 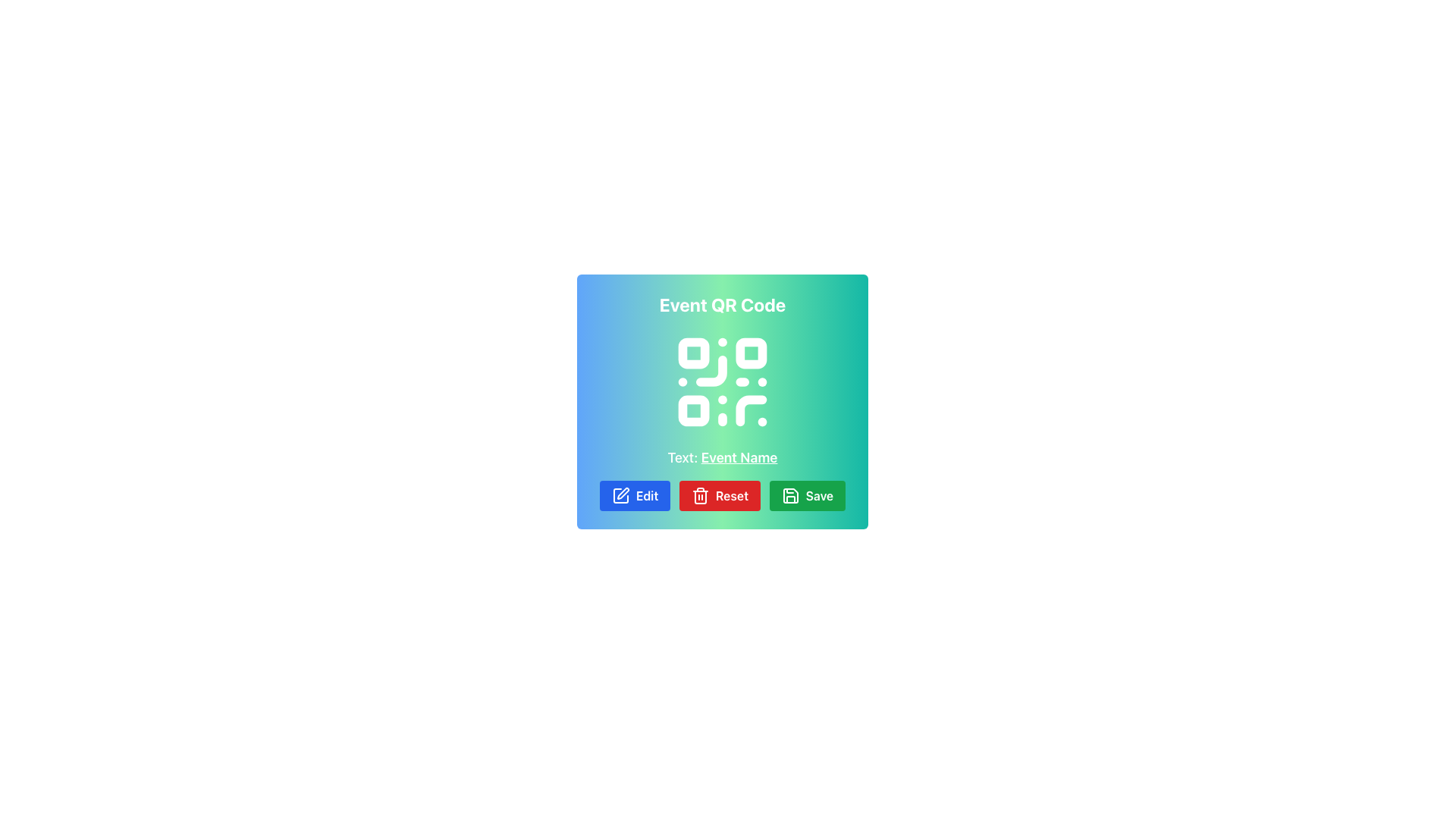 I want to click on the trashcan icon within the 'Reset' button, which is located between the 'Edit' and 'Save' buttons, indicating a delete action, so click(x=699, y=496).